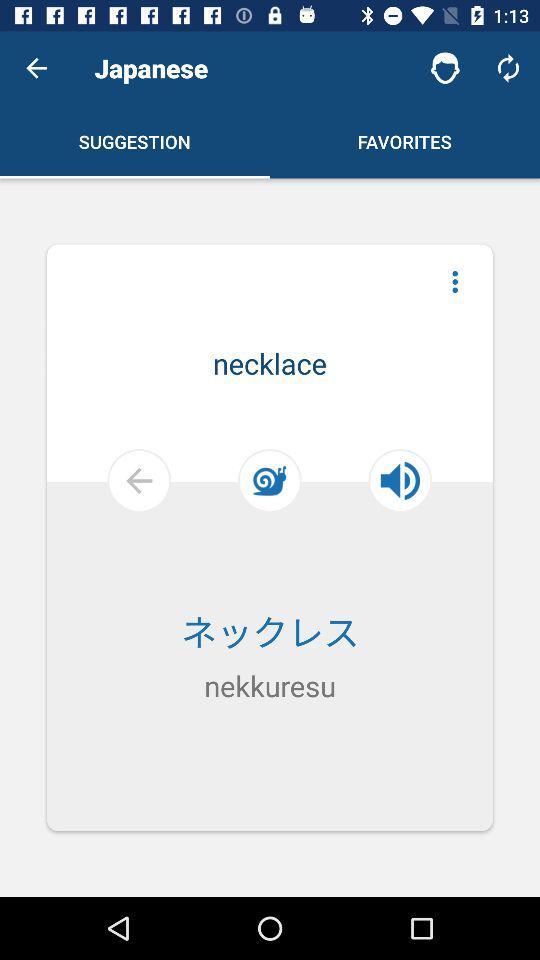 Image resolution: width=540 pixels, height=960 pixels. I want to click on the arrow icon, so click(89, 534).